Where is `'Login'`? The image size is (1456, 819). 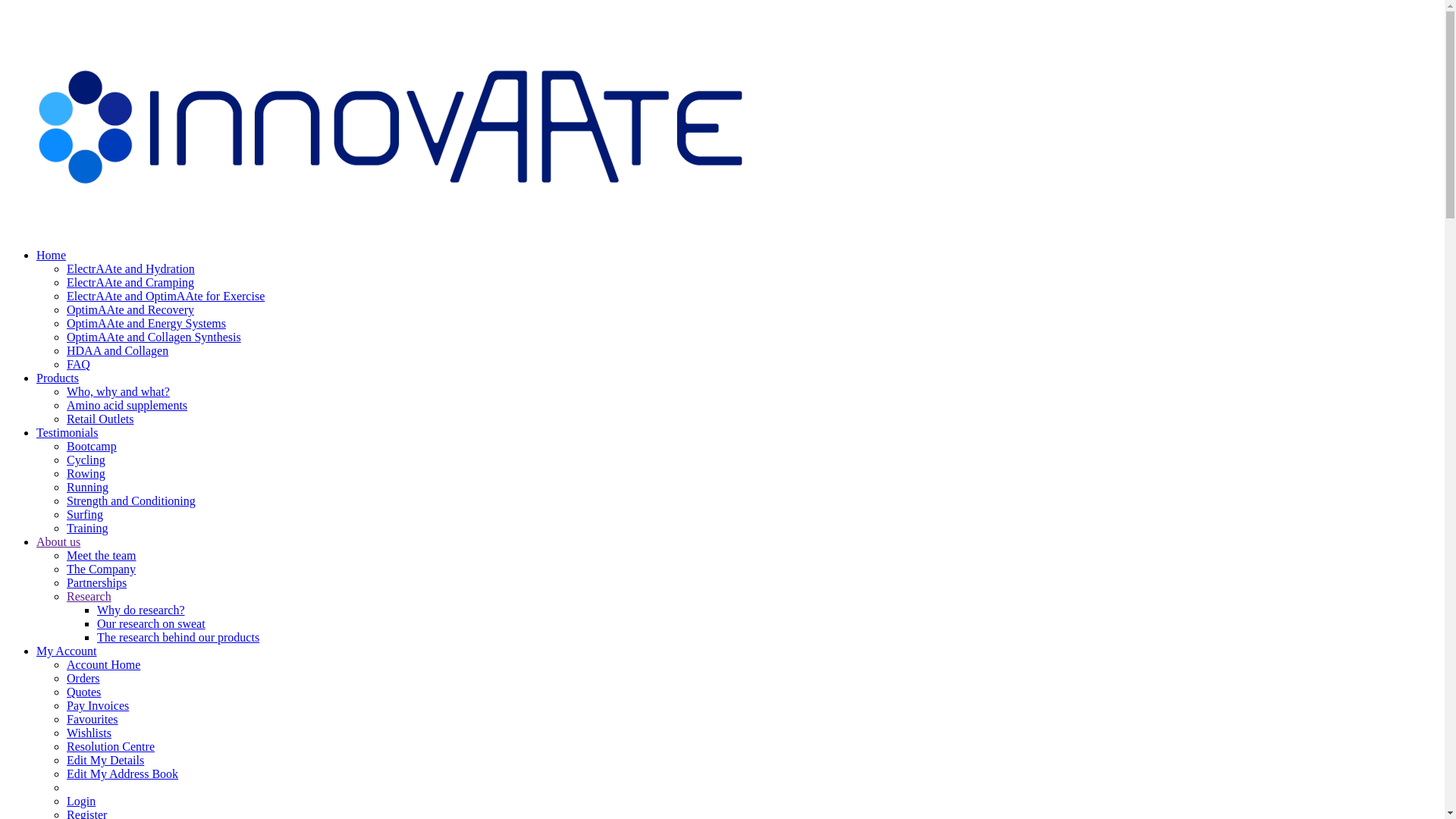
'Login' is located at coordinates (80, 800).